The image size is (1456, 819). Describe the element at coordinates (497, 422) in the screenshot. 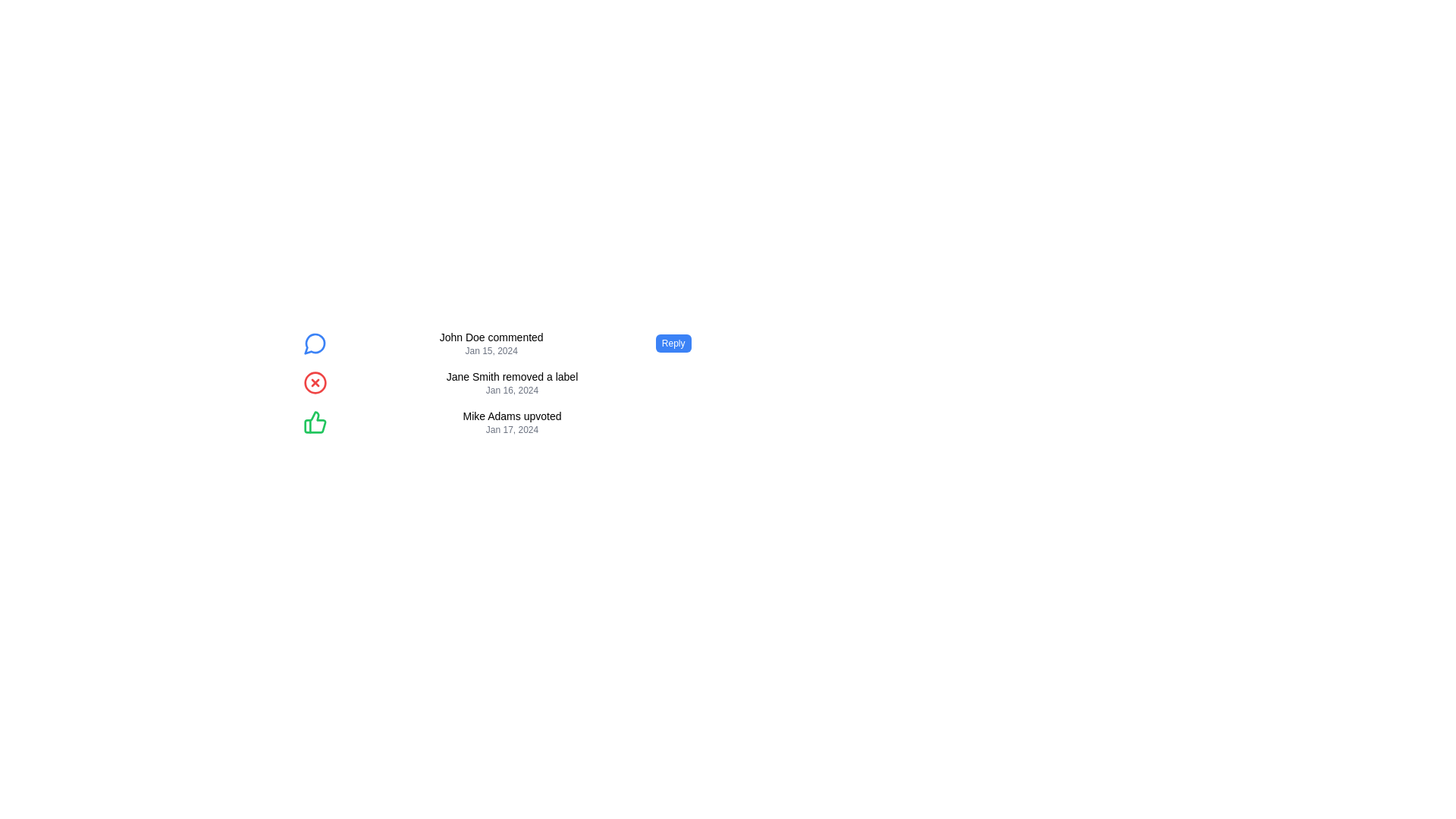

I see `the third Activity log entry which shows 'Mike Adams upvoted' with a green thumbs-up icon` at that location.